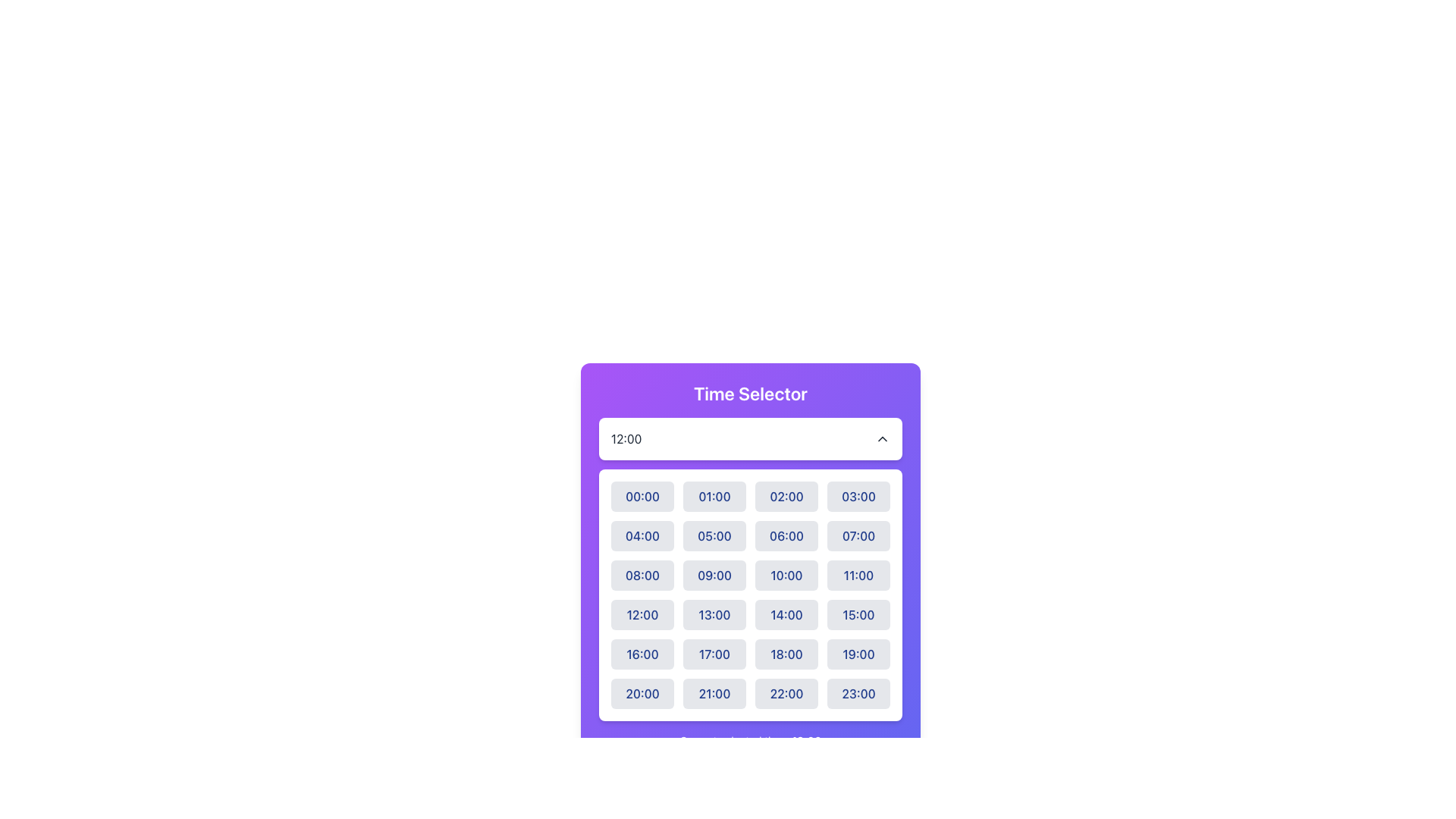 The width and height of the screenshot is (1456, 819). Describe the element at coordinates (858, 614) in the screenshot. I see `the button in the fourth column of the fourth row of the time selector interface` at that location.